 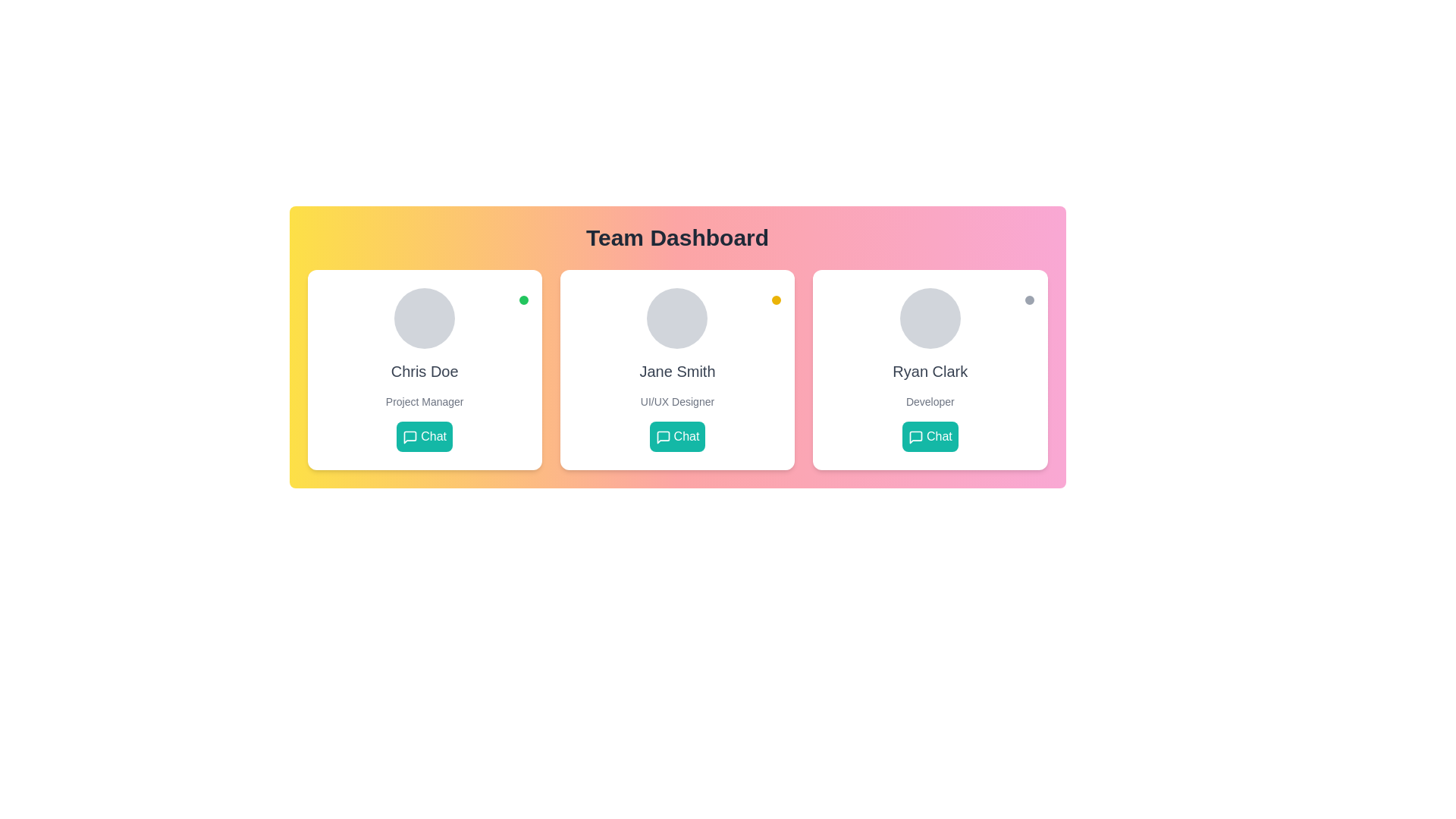 What do you see at coordinates (1029, 300) in the screenshot?
I see `the status indicator badge located at the top-right corner of the panel containing information about 'Ryan Clark', above the text 'Developer', and next to the rounded profile placeholder` at bounding box center [1029, 300].